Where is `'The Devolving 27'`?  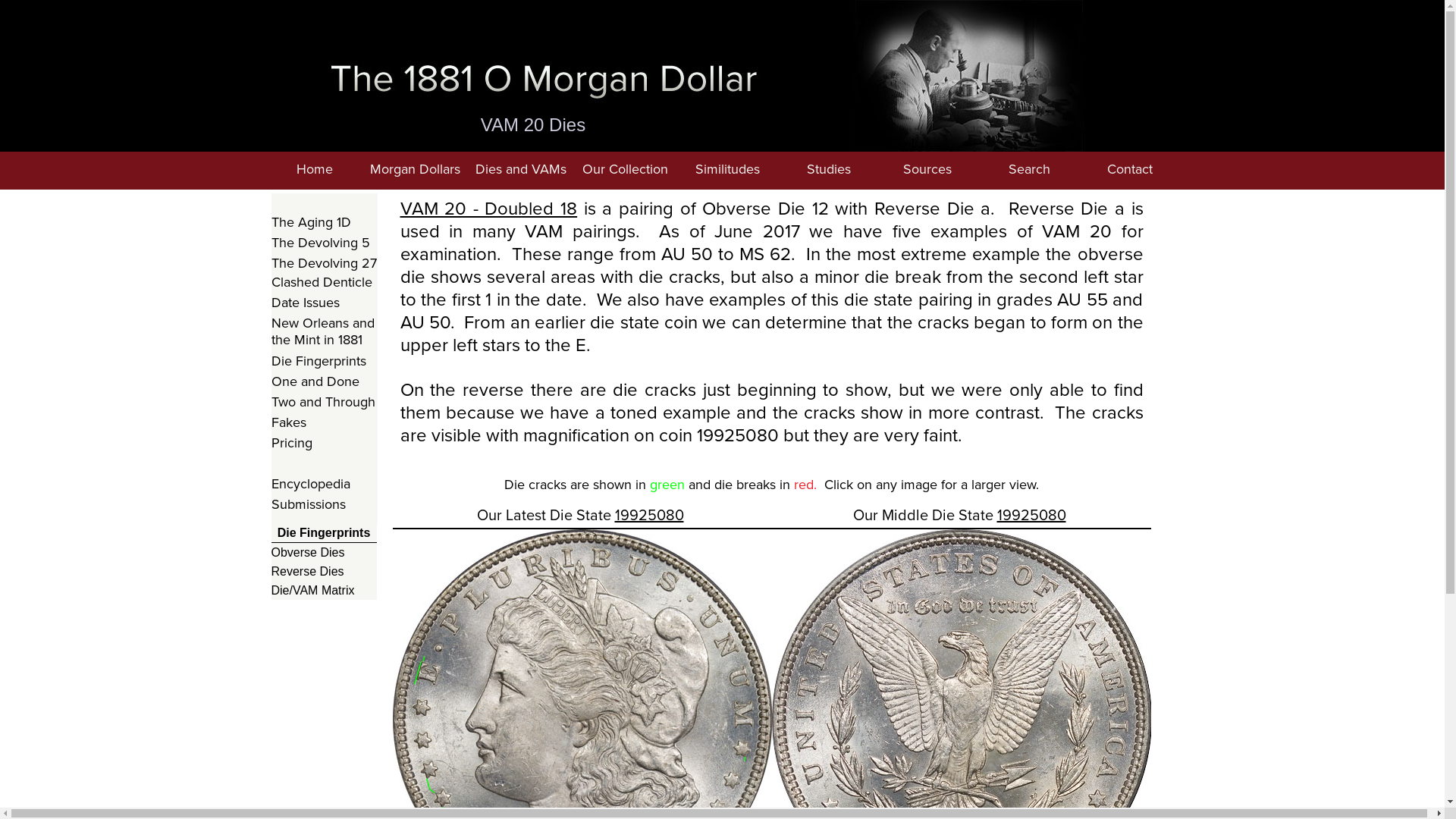 'The Devolving 27' is located at coordinates (323, 262).